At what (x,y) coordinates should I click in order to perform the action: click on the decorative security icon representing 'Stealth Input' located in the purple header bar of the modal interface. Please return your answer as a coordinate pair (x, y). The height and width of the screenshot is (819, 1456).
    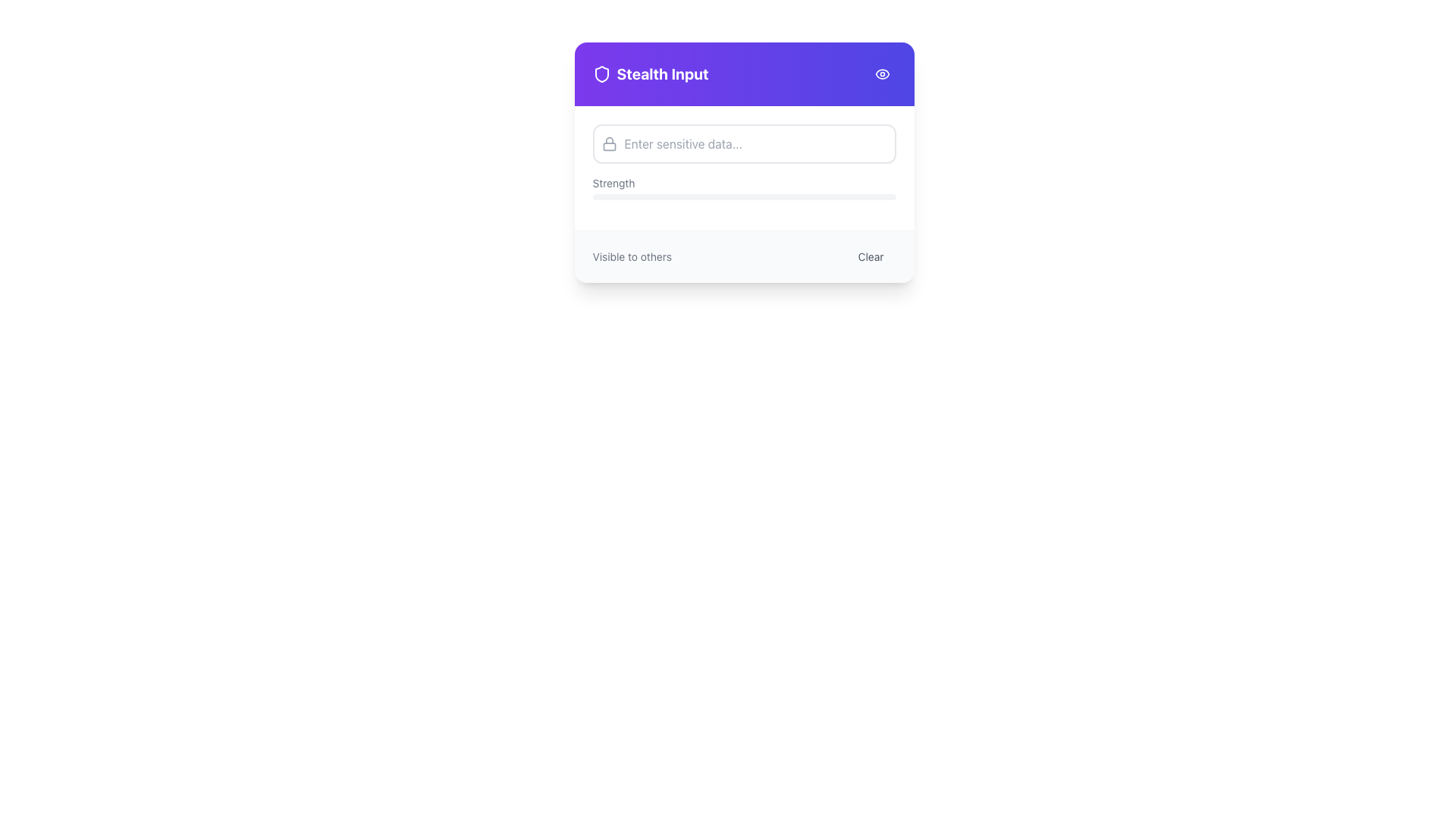
    Looking at the image, I should click on (601, 74).